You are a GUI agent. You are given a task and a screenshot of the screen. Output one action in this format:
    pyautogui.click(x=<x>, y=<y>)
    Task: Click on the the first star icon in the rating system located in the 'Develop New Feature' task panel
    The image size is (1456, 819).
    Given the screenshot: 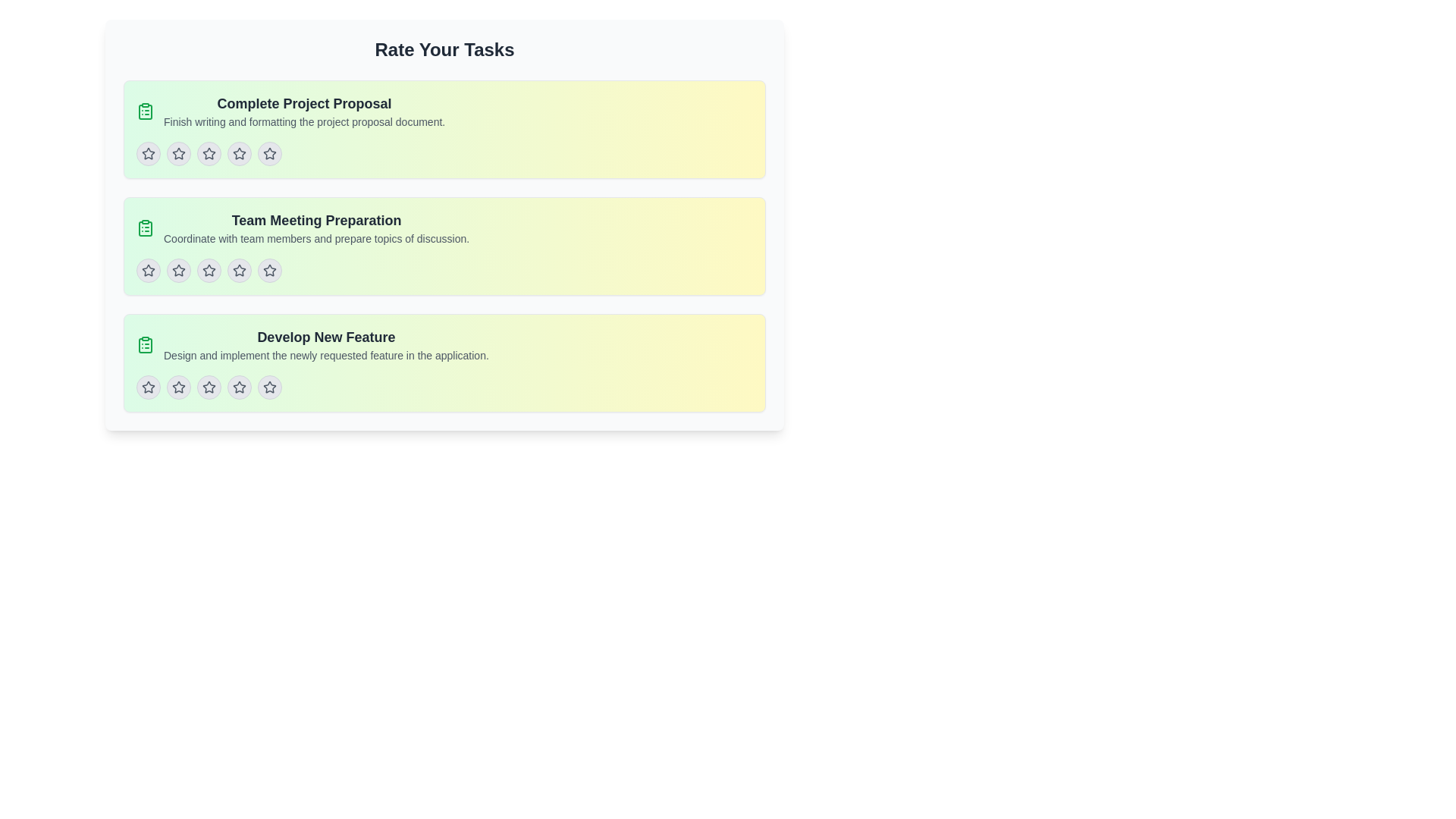 What is the action you would take?
    pyautogui.click(x=149, y=386)
    